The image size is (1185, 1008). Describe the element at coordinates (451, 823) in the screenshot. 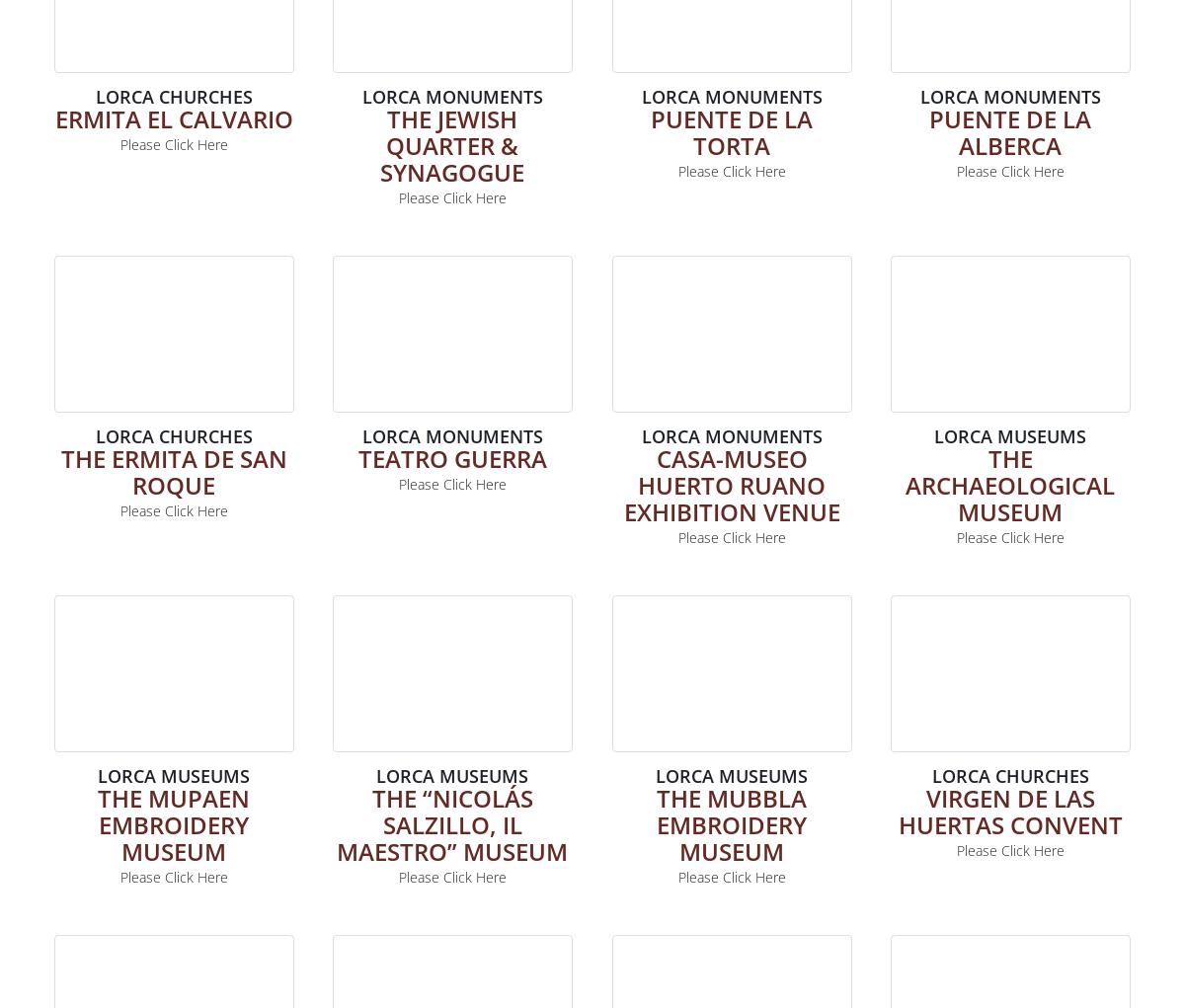

I see `'The “Nicolás Salzillo, Il Maestro” museum'` at that location.